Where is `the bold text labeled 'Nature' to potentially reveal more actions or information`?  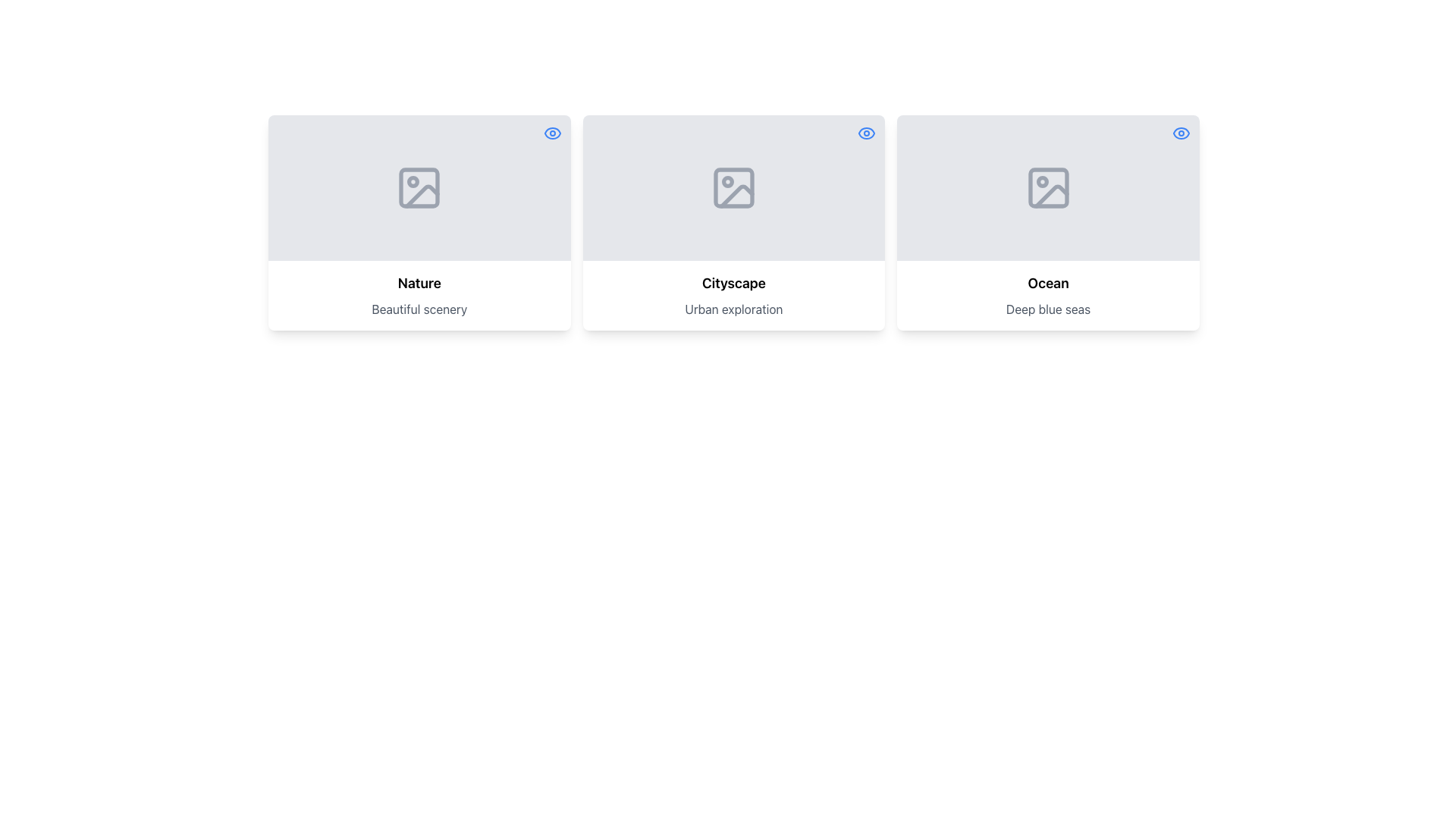
the bold text labeled 'Nature' to potentially reveal more actions or information is located at coordinates (419, 284).